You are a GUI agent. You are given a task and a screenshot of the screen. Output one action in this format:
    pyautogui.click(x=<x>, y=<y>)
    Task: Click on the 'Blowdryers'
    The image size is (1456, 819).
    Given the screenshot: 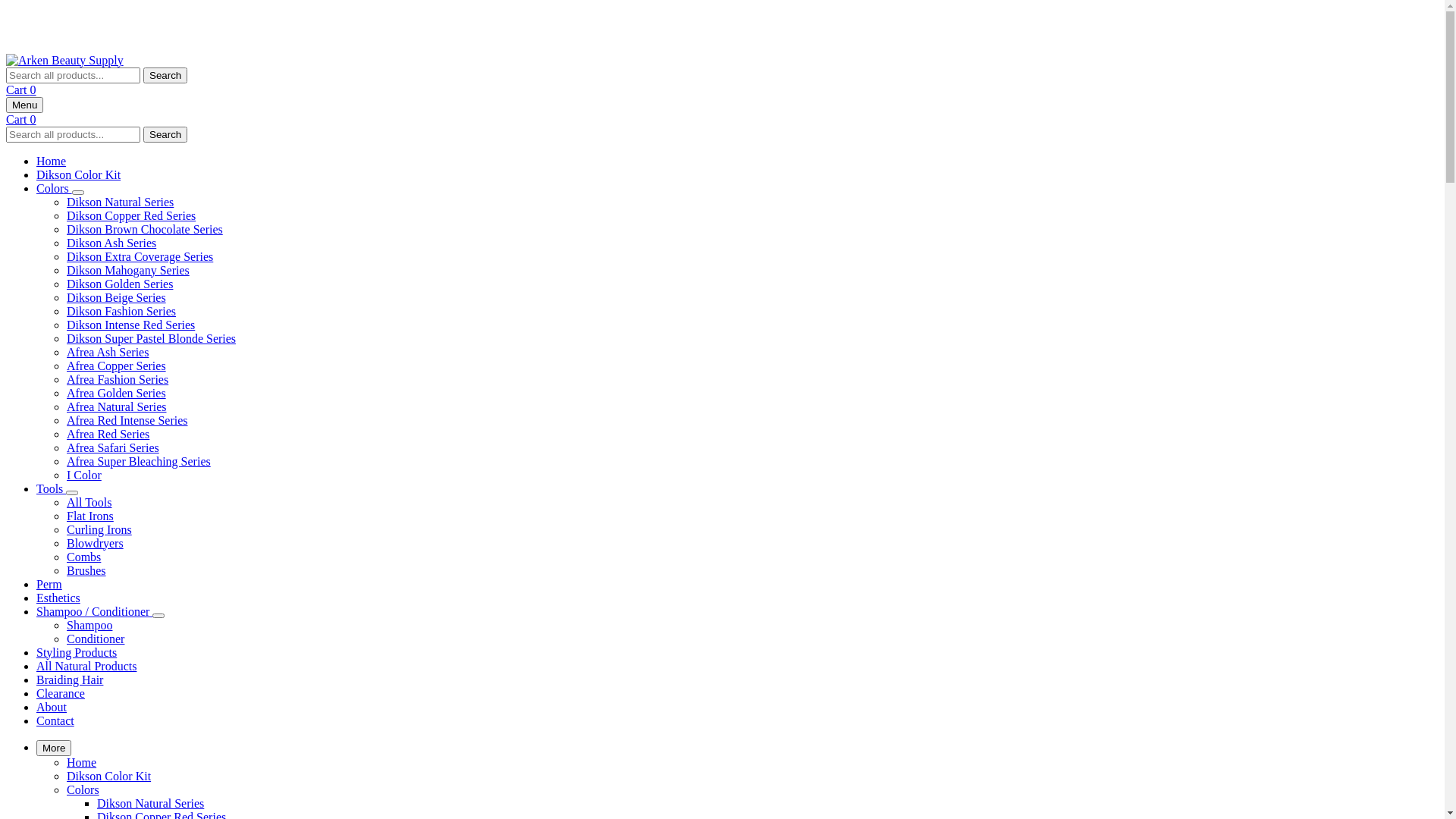 What is the action you would take?
    pyautogui.click(x=94, y=542)
    